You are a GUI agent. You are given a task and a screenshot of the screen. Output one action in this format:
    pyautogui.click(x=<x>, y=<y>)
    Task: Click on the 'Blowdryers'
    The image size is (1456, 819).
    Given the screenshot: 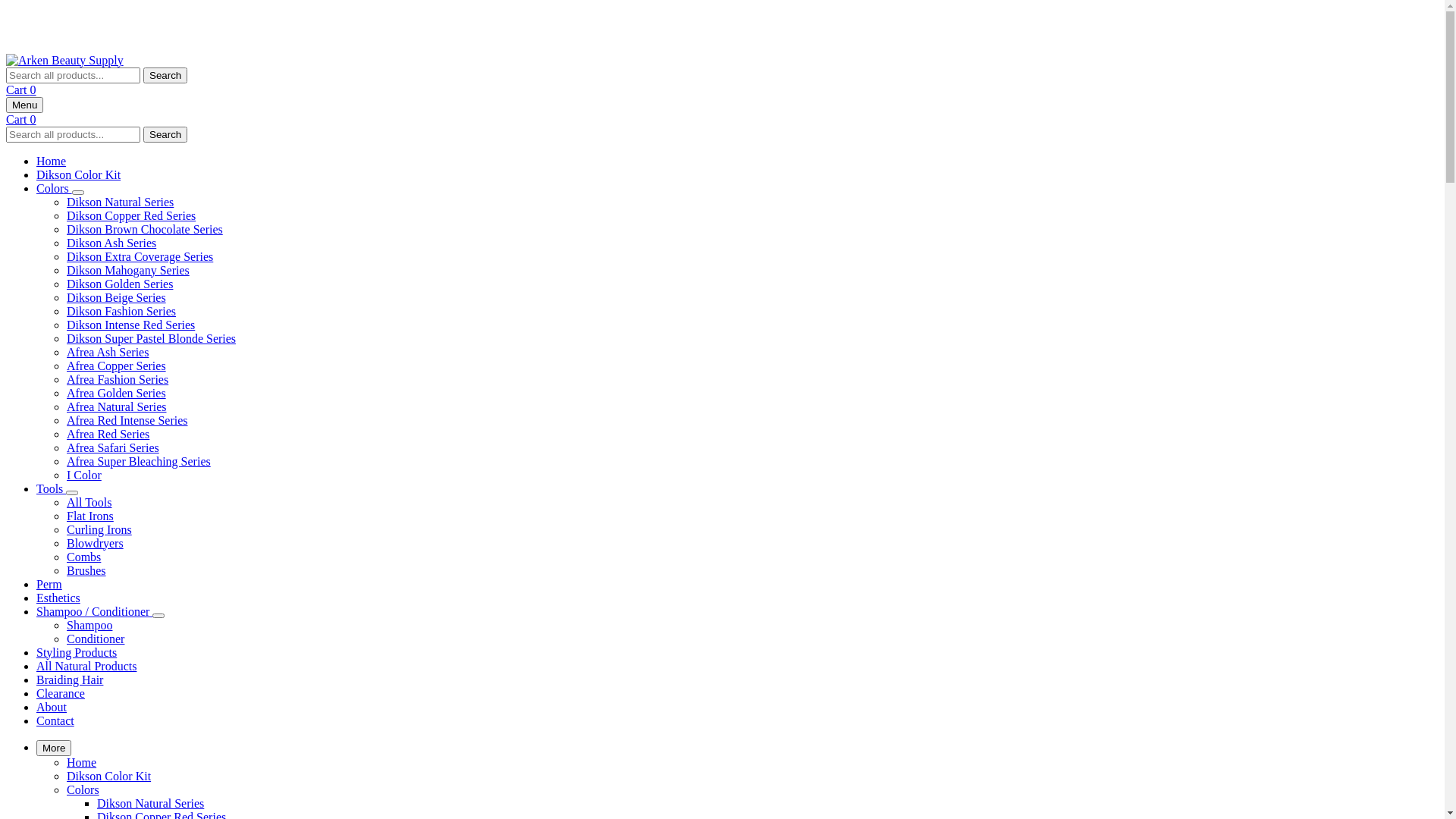 What is the action you would take?
    pyautogui.click(x=94, y=542)
    